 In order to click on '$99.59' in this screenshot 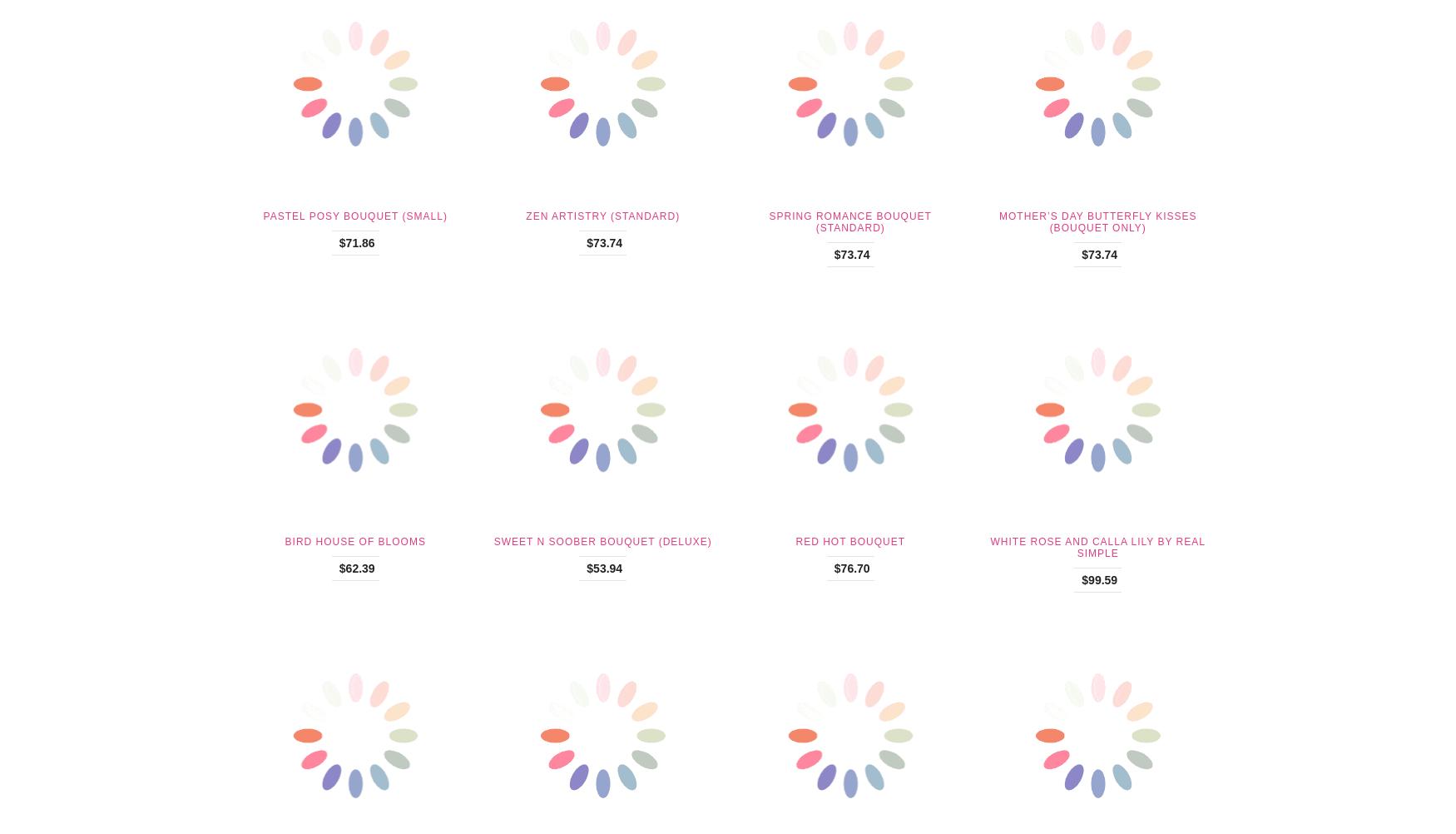, I will do `click(1099, 579)`.